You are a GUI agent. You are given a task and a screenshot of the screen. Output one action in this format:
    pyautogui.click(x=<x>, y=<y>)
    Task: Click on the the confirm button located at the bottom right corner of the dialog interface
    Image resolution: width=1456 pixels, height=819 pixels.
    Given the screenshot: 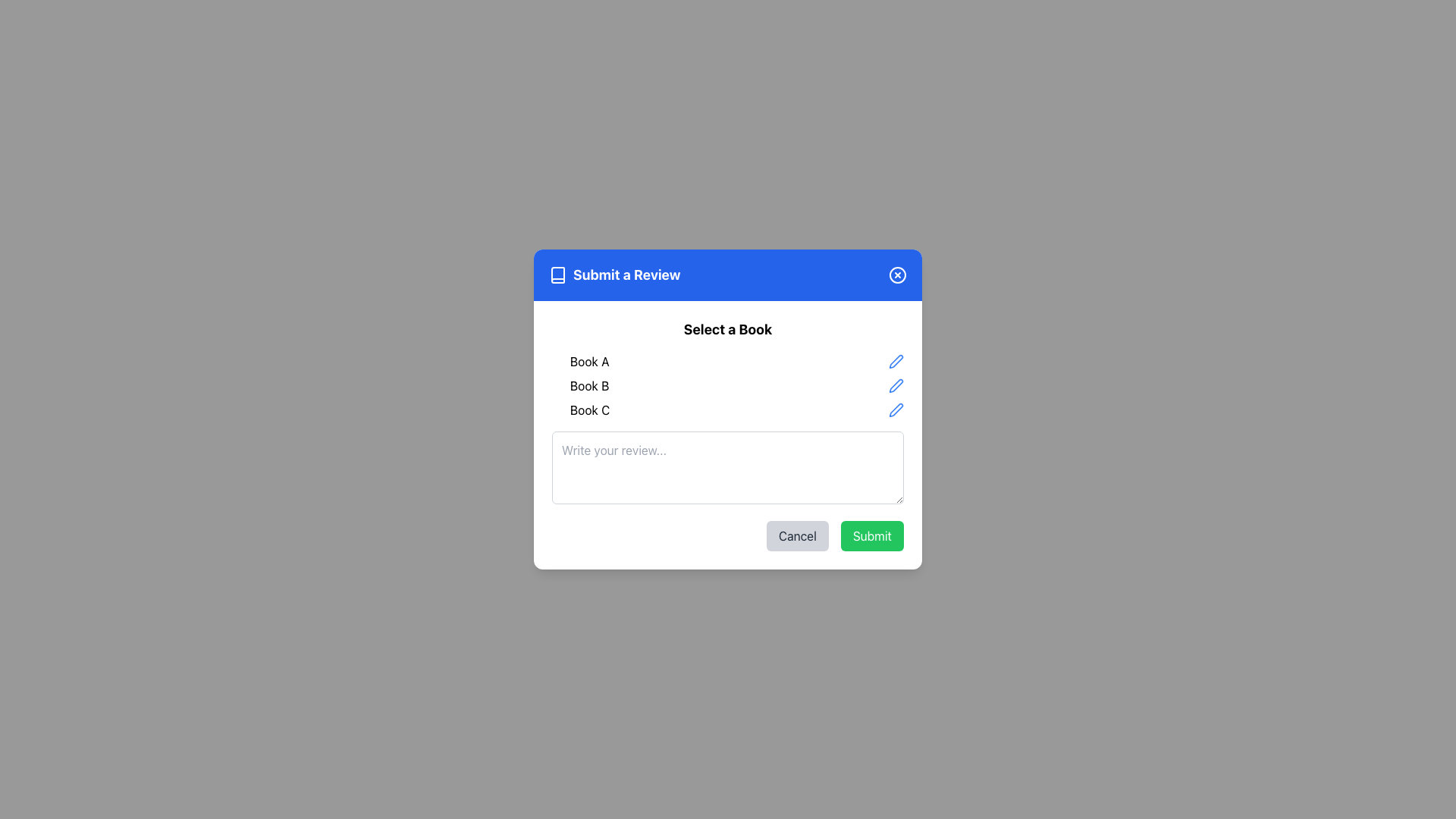 What is the action you would take?
    pyautogui.click(x=872, y=535)
    